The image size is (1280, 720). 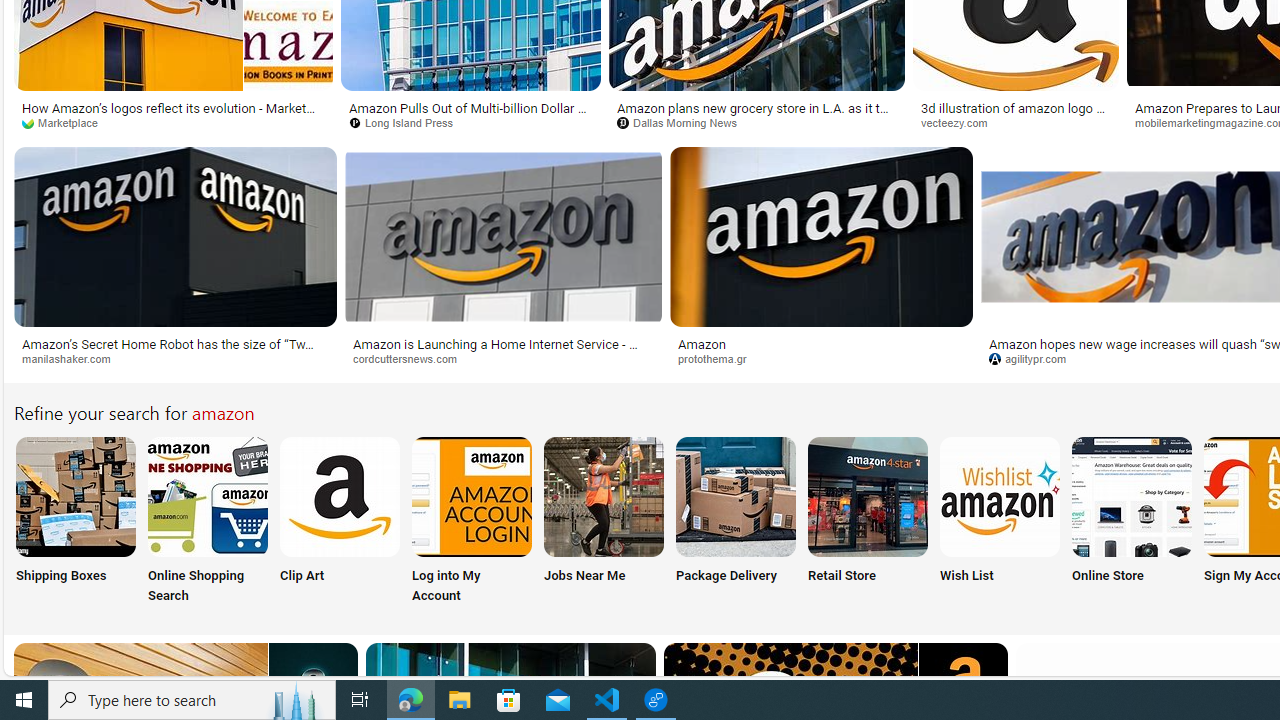 What do you see at coordinates (208, 521) in the screenshot?
I see `'Amazon Online Shopping Search Online Shopping Search'` at bounding box center [208, 521].